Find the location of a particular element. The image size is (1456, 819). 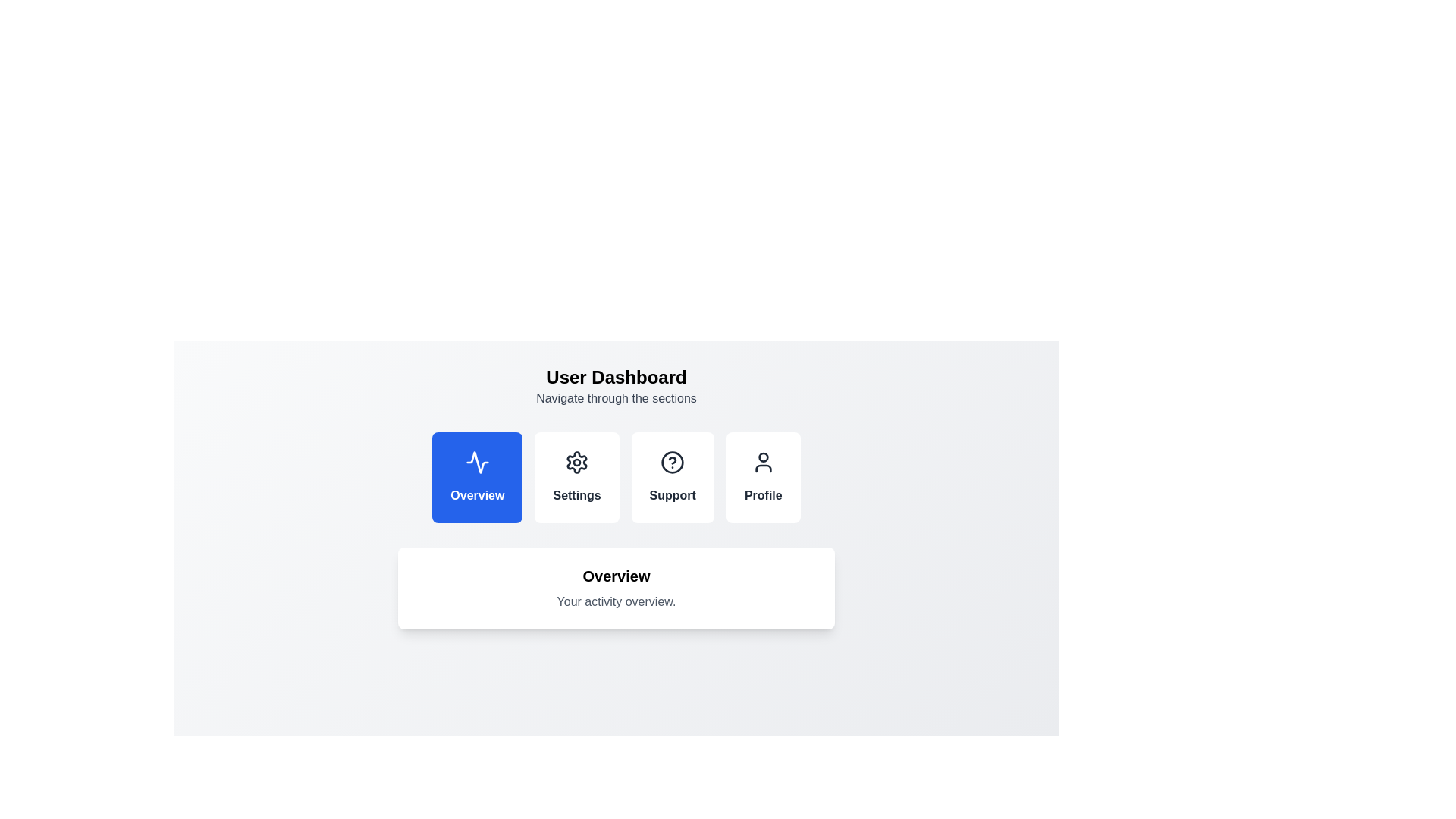

instruction text label located below the main heading 'User Dashboard', which guides users to explore the dashboard features is located at coordinates (616, 397).